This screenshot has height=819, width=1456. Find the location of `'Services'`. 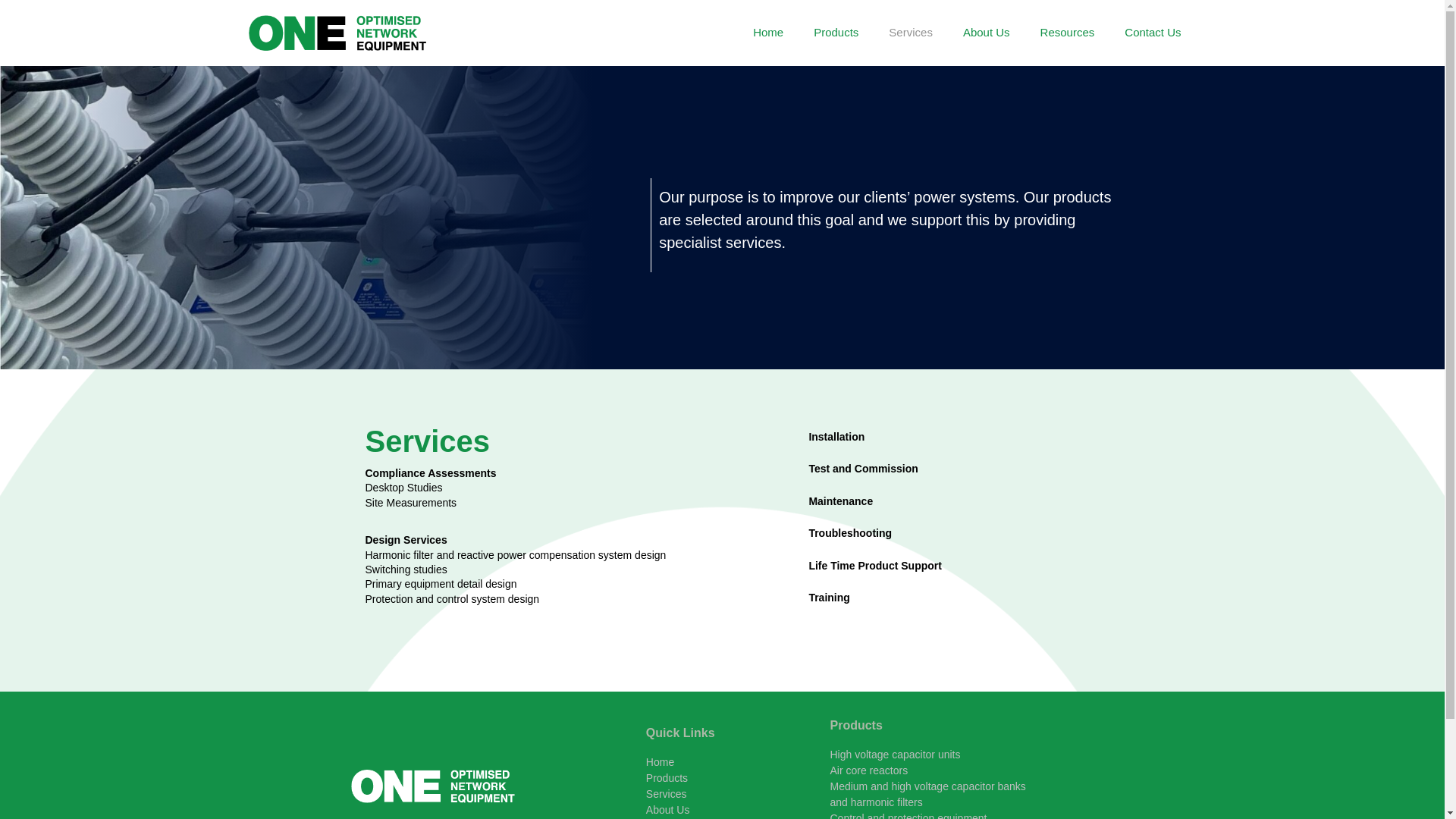

'Services' is located at coordinates (666, 792).